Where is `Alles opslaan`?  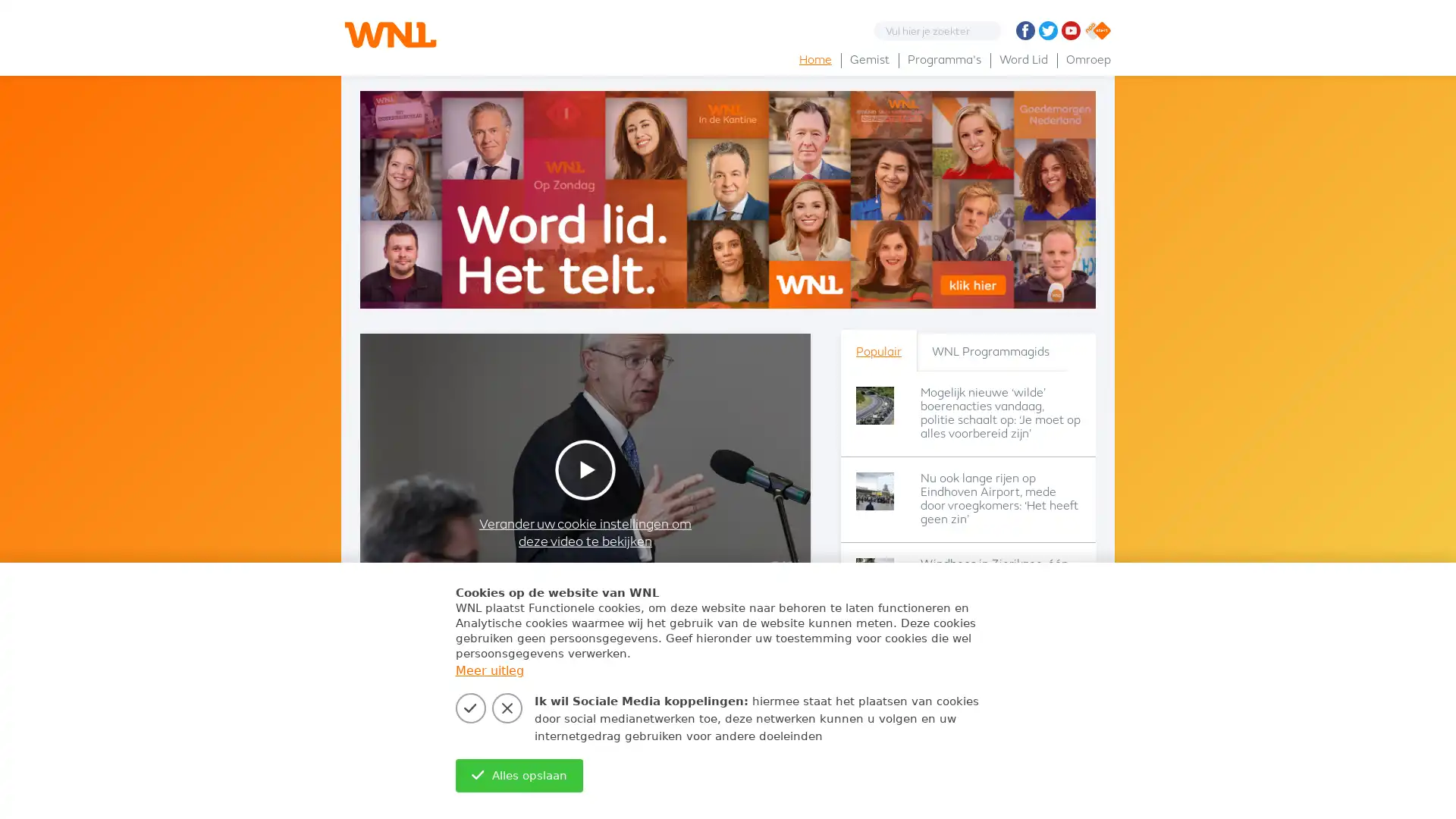 Alles opslaan is located at coordinates (519, 775).